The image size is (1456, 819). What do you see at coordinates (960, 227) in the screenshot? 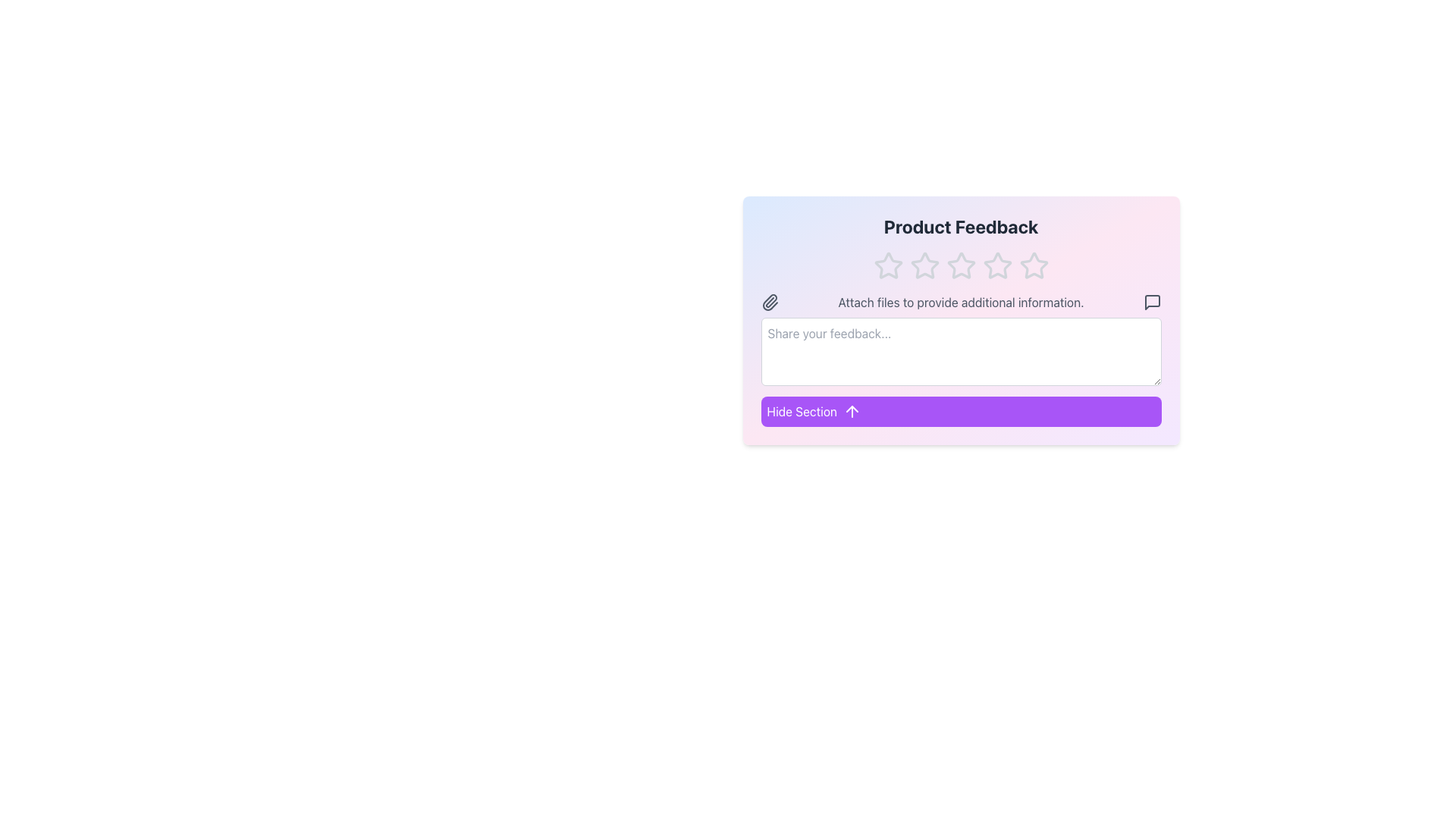
I see `the static text element that serves as the header for the section, positioned at the top of the card-like section` at bounding box center [960, 227].